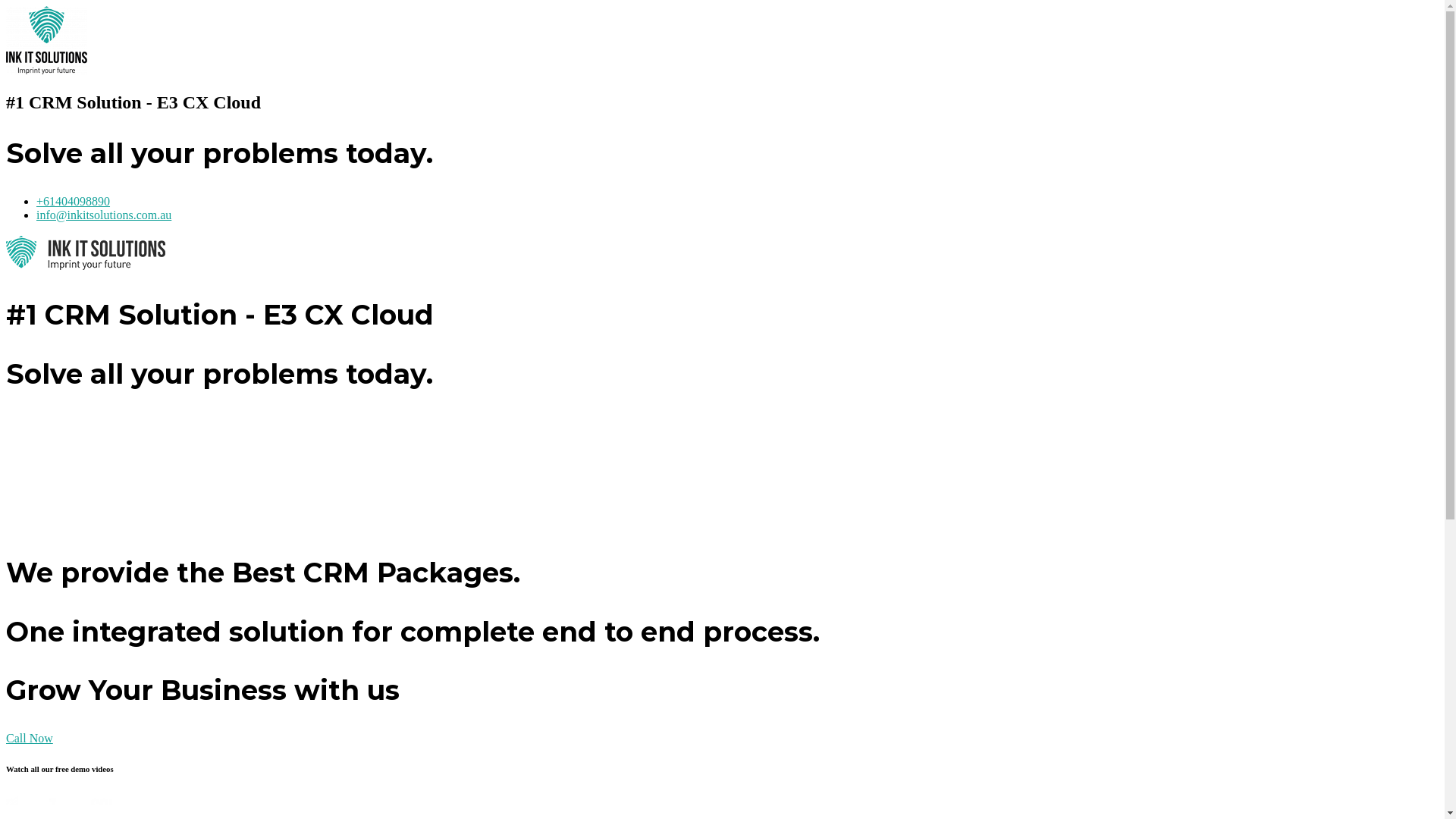 This screenshot has height=819, width=1456. What do you see at coordinates (46, 39) in the screenshot?
I see `'logo_'` at bounding box center [46, 39].